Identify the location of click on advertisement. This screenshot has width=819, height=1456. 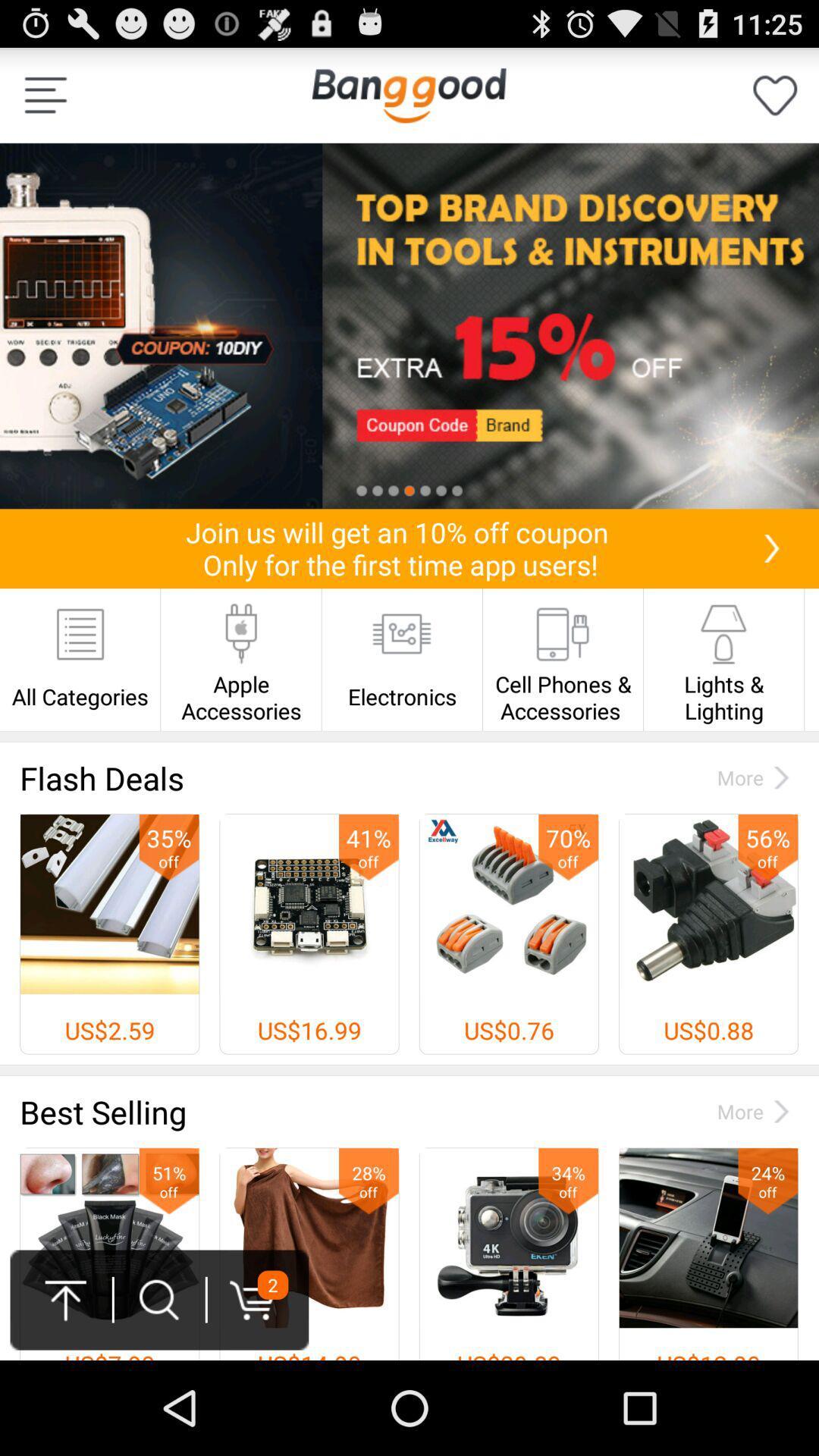
(409, 325).